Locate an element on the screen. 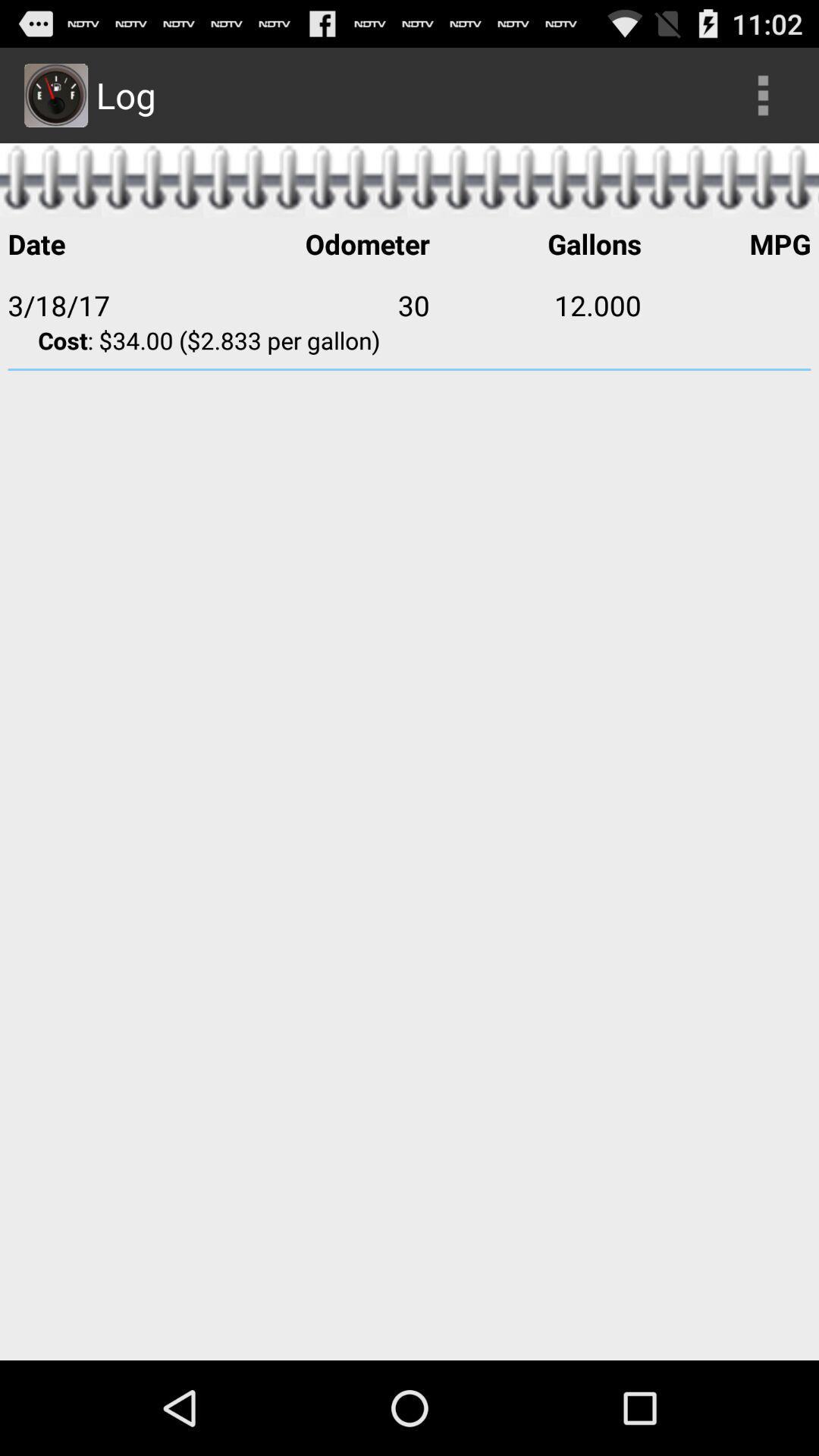 Image resolution: width=819 pixels, height=1456 pixels. icon next to log item is located at coordinates (763, 94).